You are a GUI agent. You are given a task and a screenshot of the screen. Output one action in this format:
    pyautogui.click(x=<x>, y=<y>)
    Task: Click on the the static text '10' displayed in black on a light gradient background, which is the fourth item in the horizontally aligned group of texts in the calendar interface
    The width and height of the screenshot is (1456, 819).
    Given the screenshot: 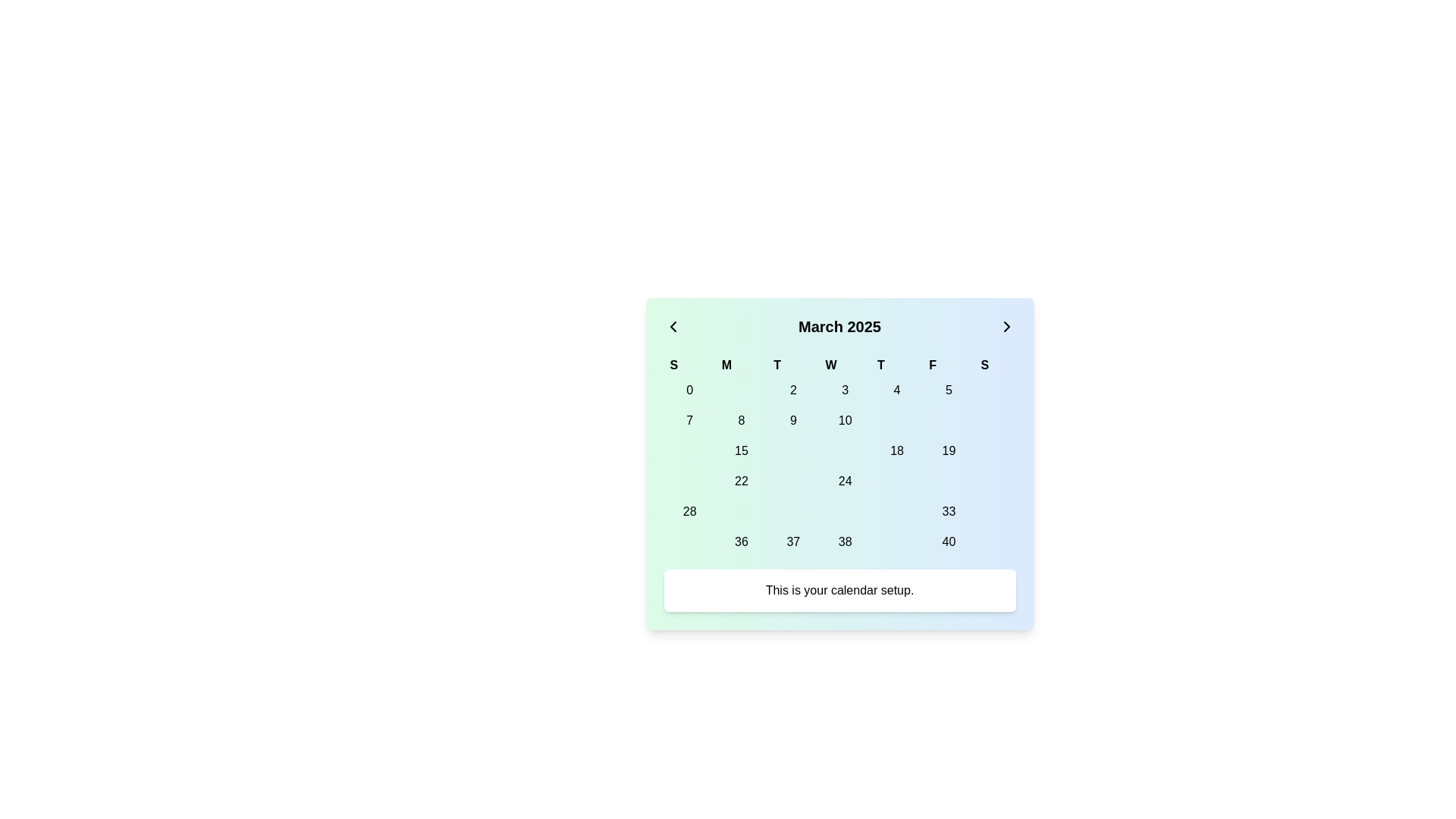 What is the action you would take?
    pyautogui.click(x=844, y=421)
    